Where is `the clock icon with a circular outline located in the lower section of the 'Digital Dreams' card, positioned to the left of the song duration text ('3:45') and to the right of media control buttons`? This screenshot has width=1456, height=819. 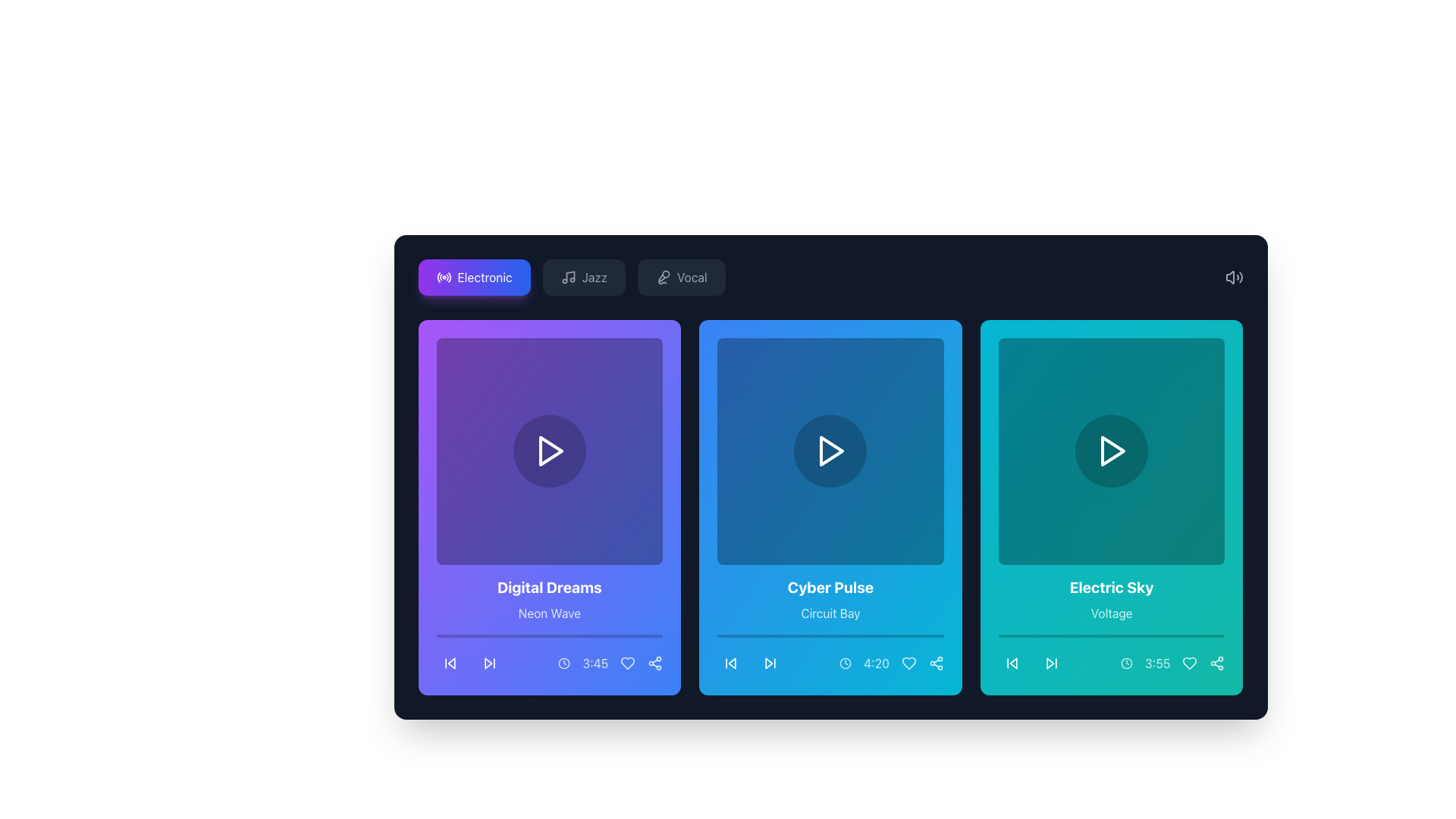 the clock icon with a circular outline located in the lower section of the 'Digital Dreams' card, positioned to the left of the song duration text ('3:45') and to the right of media control buttons is located at coordinates (563, 662).